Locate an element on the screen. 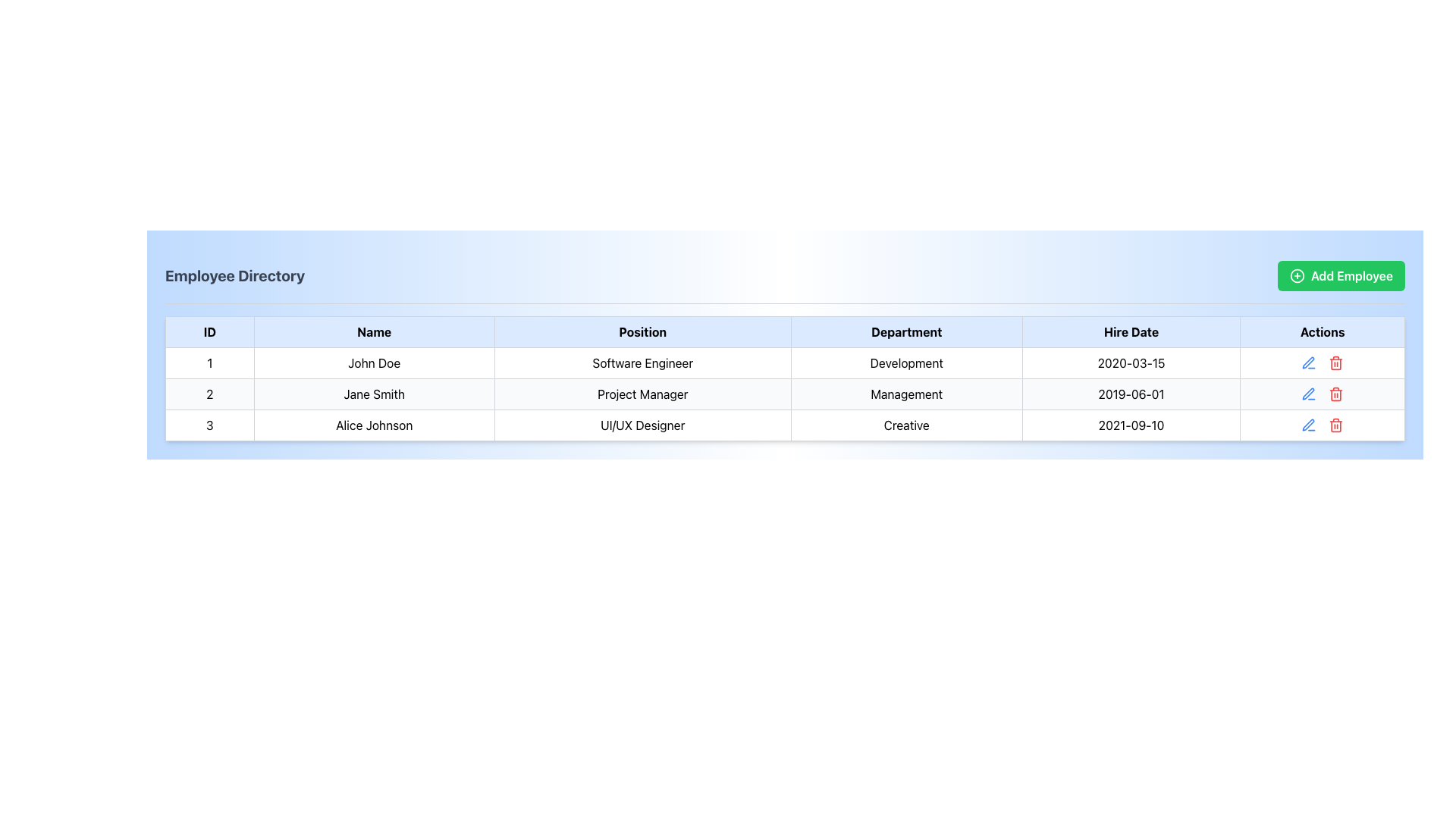  the blue pen icon in the 'Actions' column of the second row of the table is located at coordinates (1308, 394).